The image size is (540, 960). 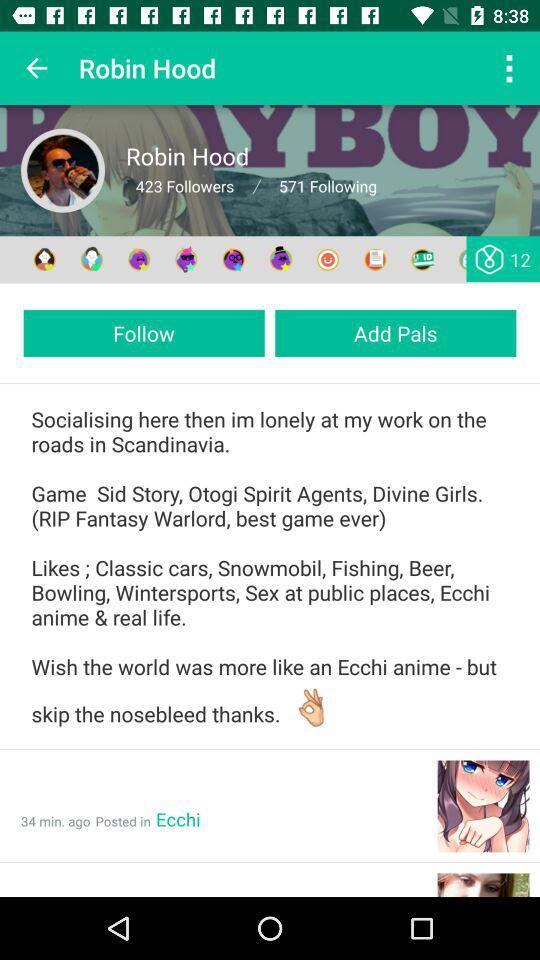 I want to click on the item to the left of add pals, so click(x=143, y=333).